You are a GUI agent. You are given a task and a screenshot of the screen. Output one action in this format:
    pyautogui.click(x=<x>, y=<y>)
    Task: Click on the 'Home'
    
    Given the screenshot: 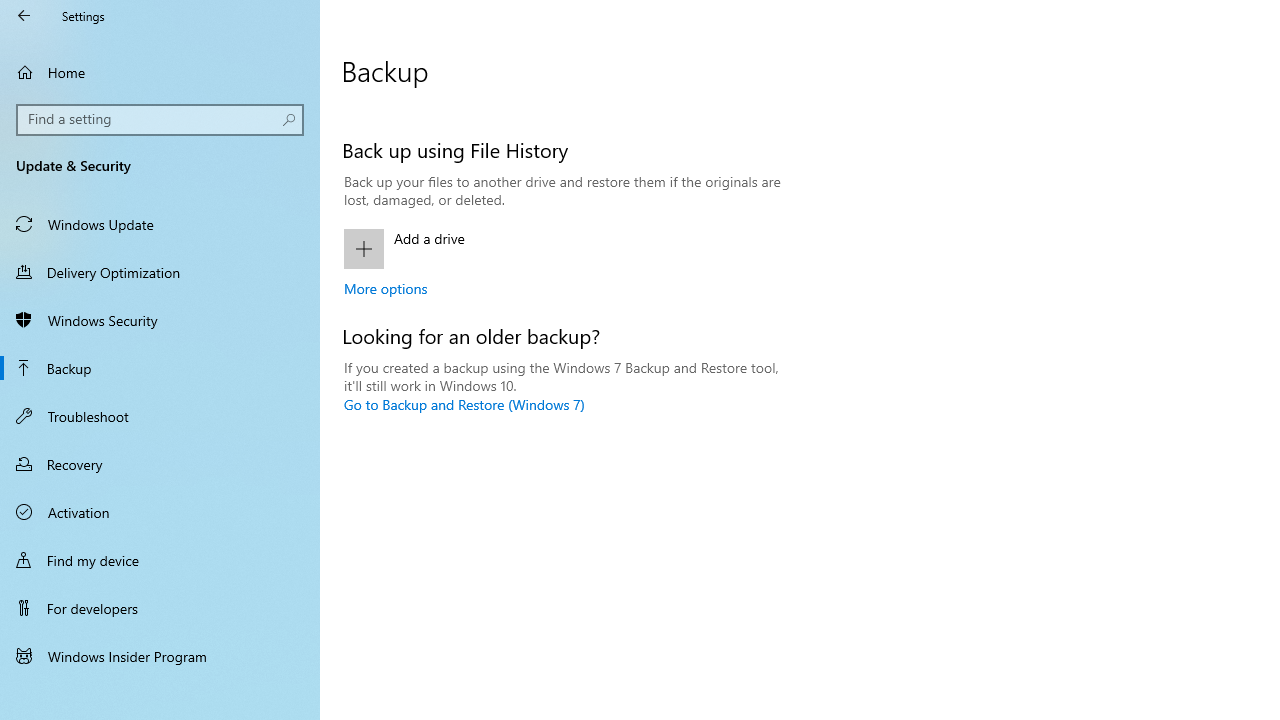 What is the action you would take?
    pyautogui.click(x=160, y=71)
    